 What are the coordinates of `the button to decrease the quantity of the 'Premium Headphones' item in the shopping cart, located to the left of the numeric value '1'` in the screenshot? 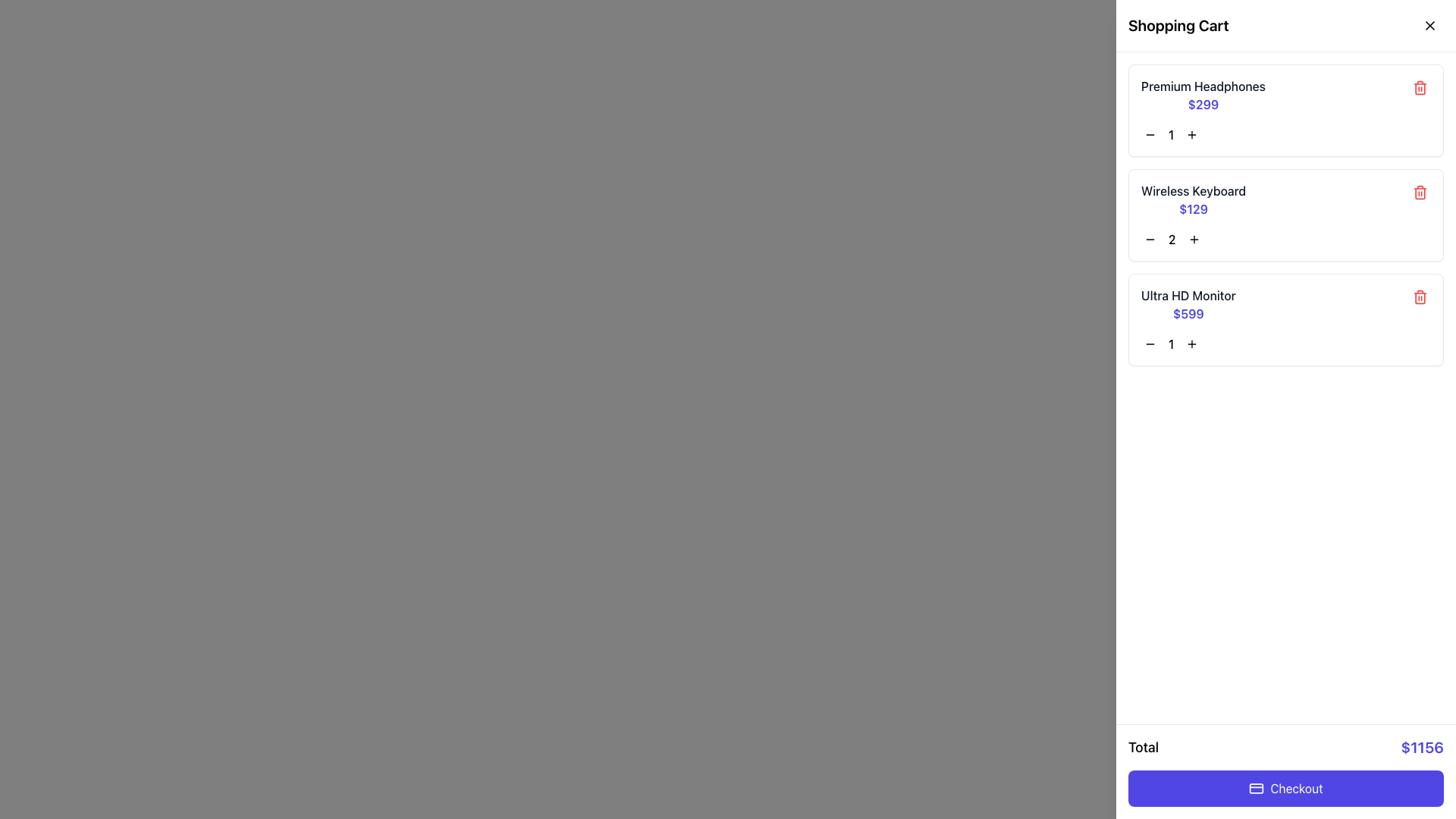 It's located at (1150, 133).